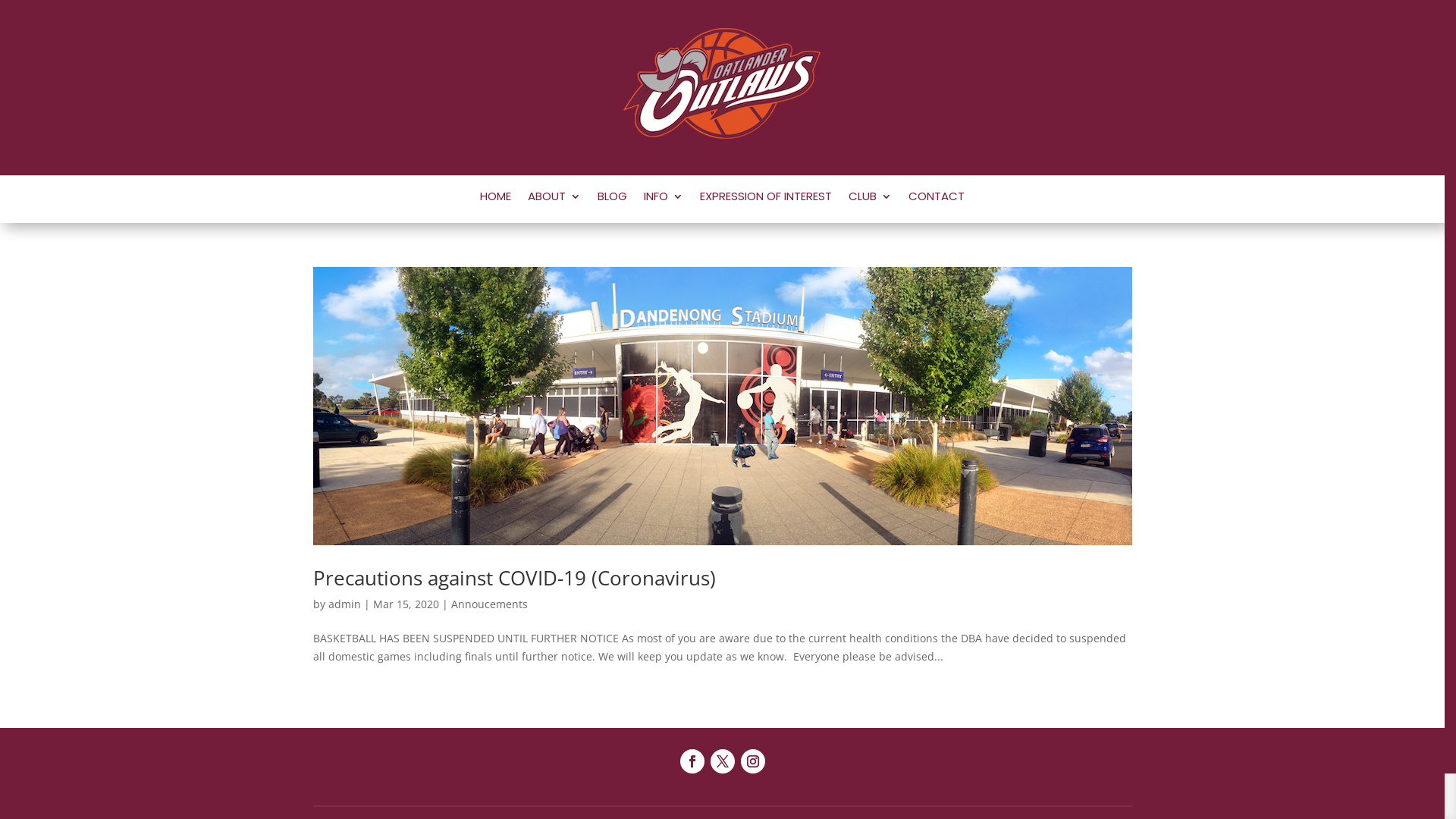  I want to click on 'CONTACT', so click(935, 198).